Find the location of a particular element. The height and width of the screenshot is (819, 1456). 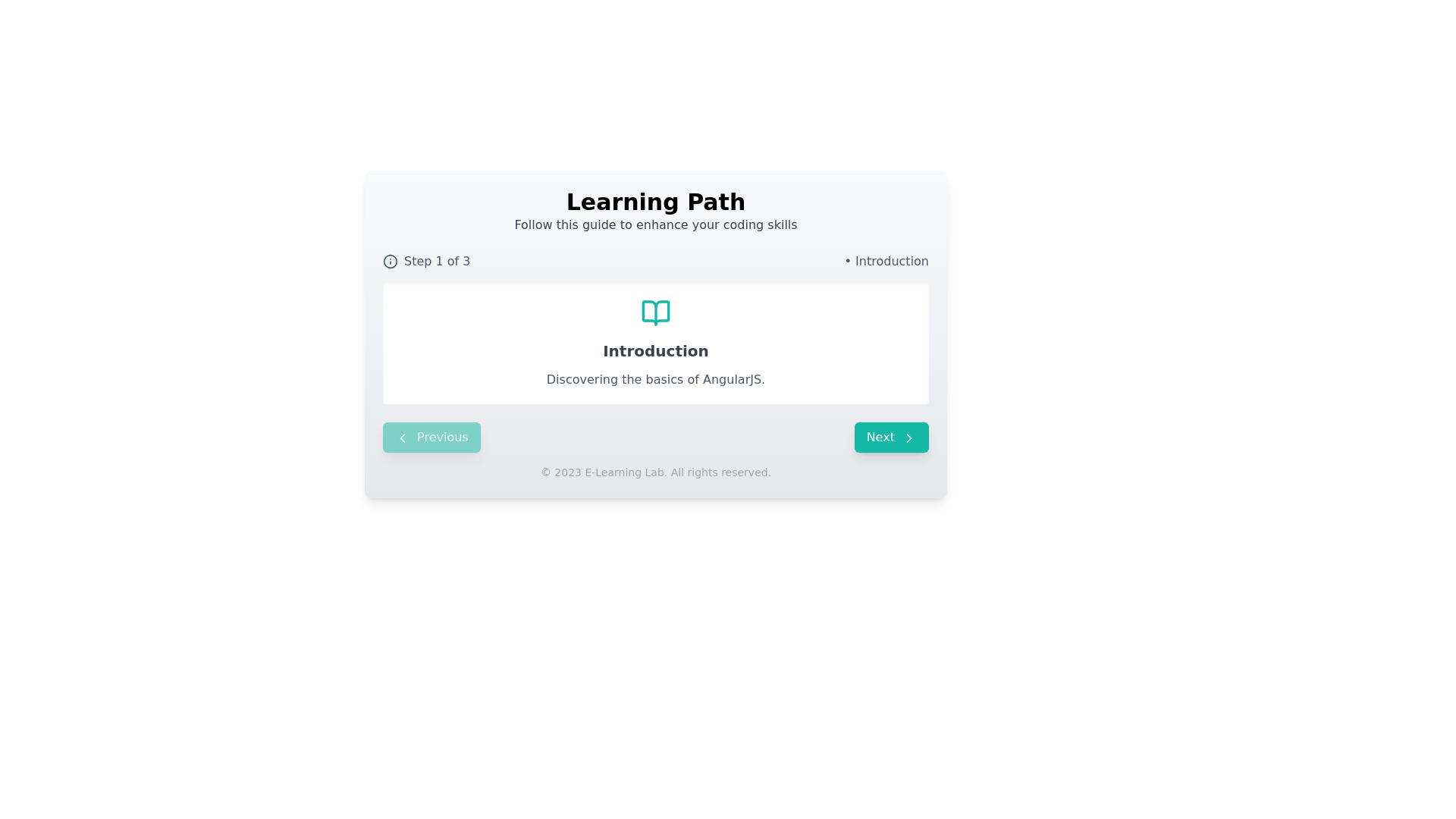

the 'Previous' button located at the bottom-left section of the card interface is located at coordinates (431, 438).